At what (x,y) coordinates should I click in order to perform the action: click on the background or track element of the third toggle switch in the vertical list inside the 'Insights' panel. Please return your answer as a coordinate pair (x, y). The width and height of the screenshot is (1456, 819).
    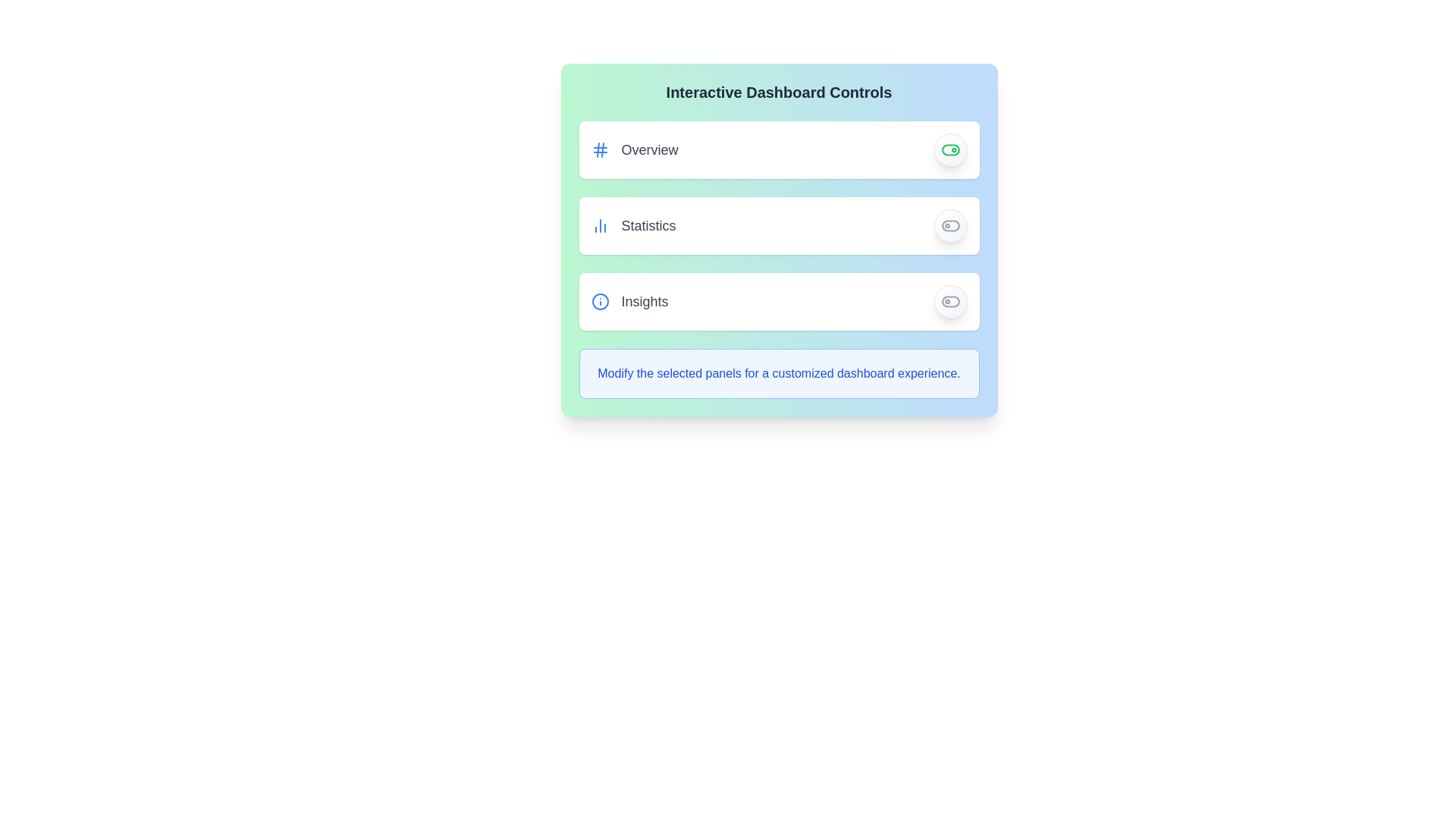
    Looking at the image, I should click on (949, 301).